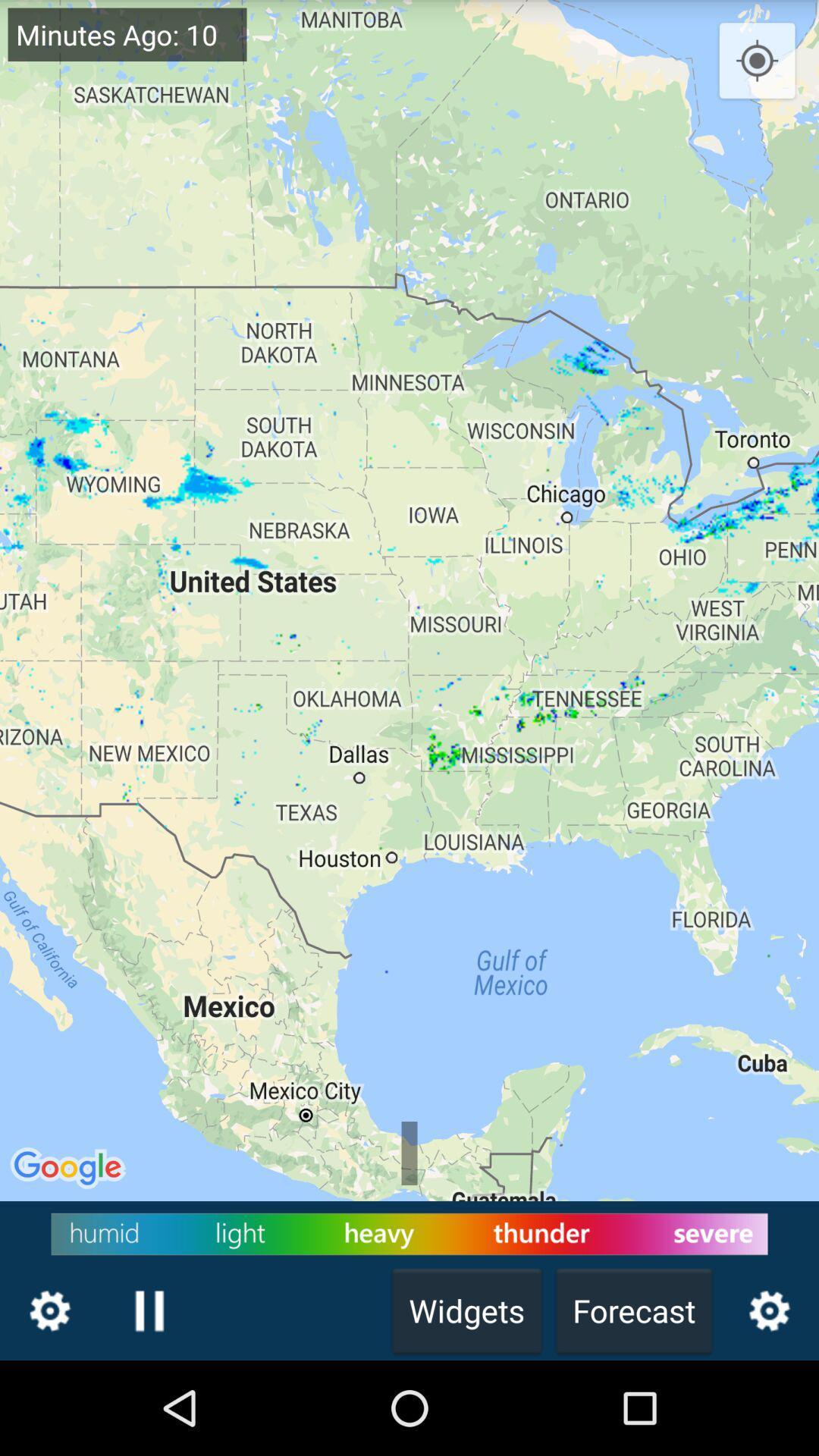 The height and width of the screenshot is (1456, 819). What do you see at coordinates (49, 1401) in the screenshot?
I see `the settings icon` at bounding box center [49, 1401].